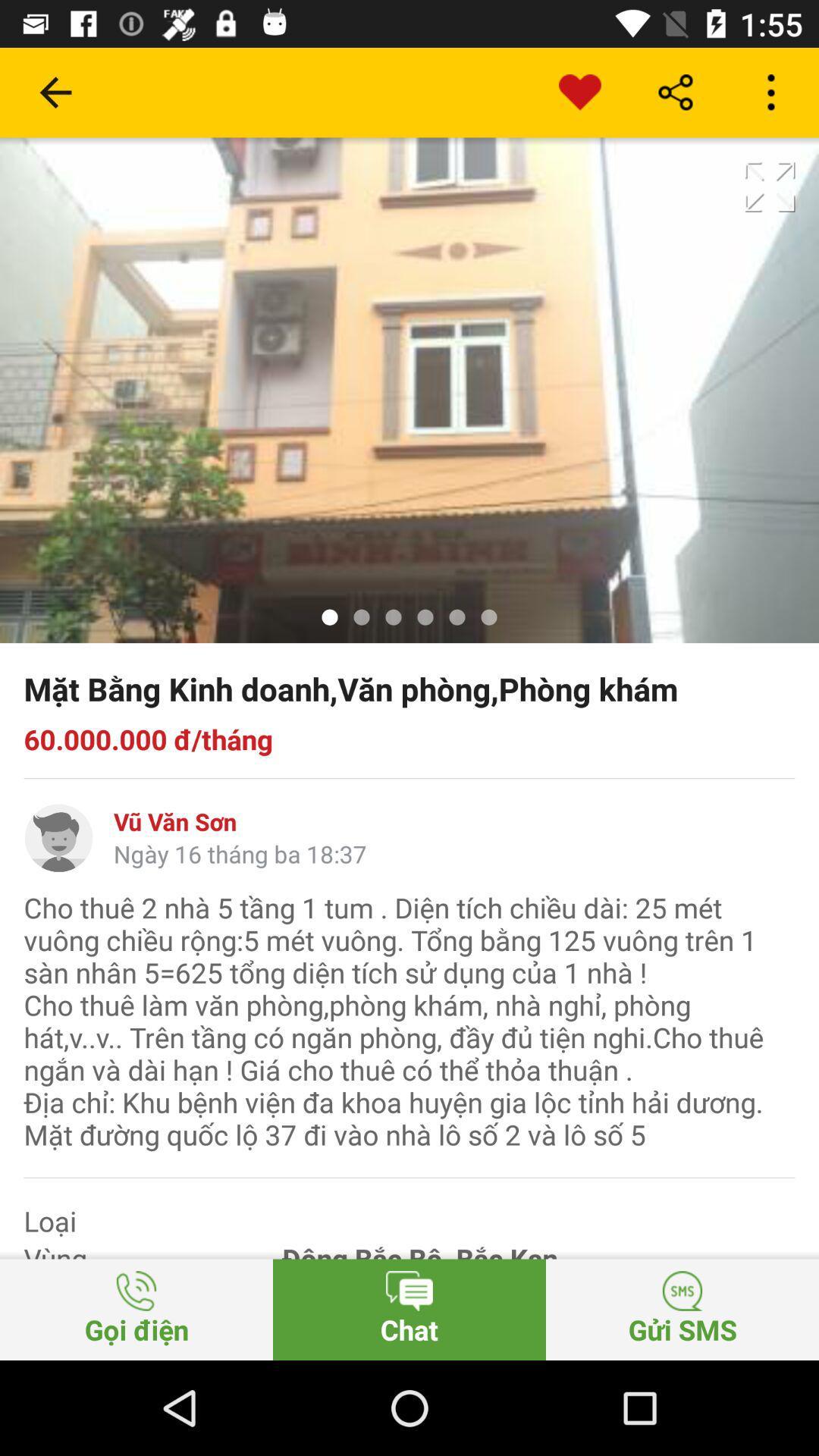  What do you see at coordinates (136, 1309) in the screenshot?
I see `icon next to the chat item` at bounding box center [136, 1309].